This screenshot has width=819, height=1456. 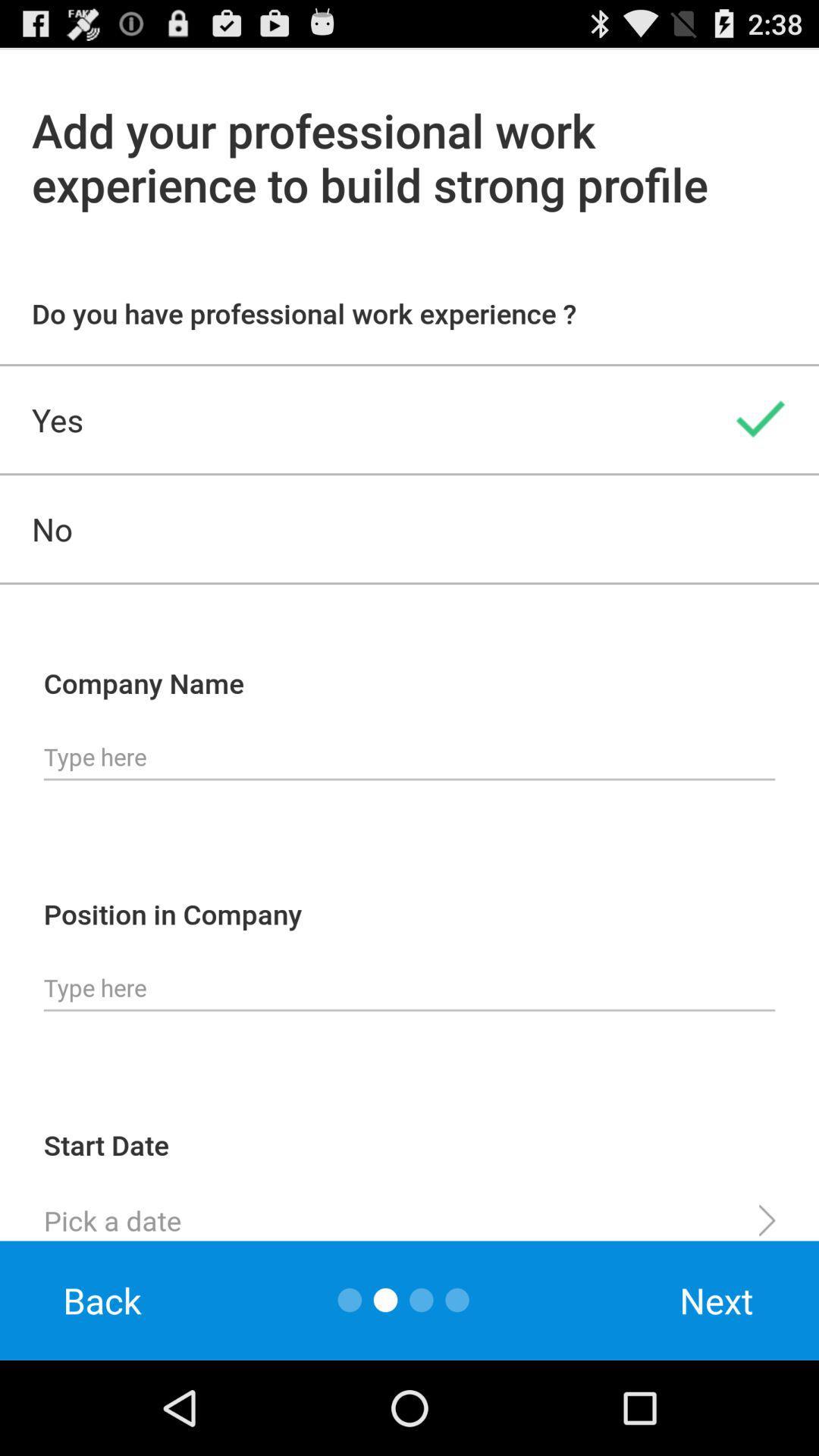 I want to click on type postition in company, so click(x=409, y=988).